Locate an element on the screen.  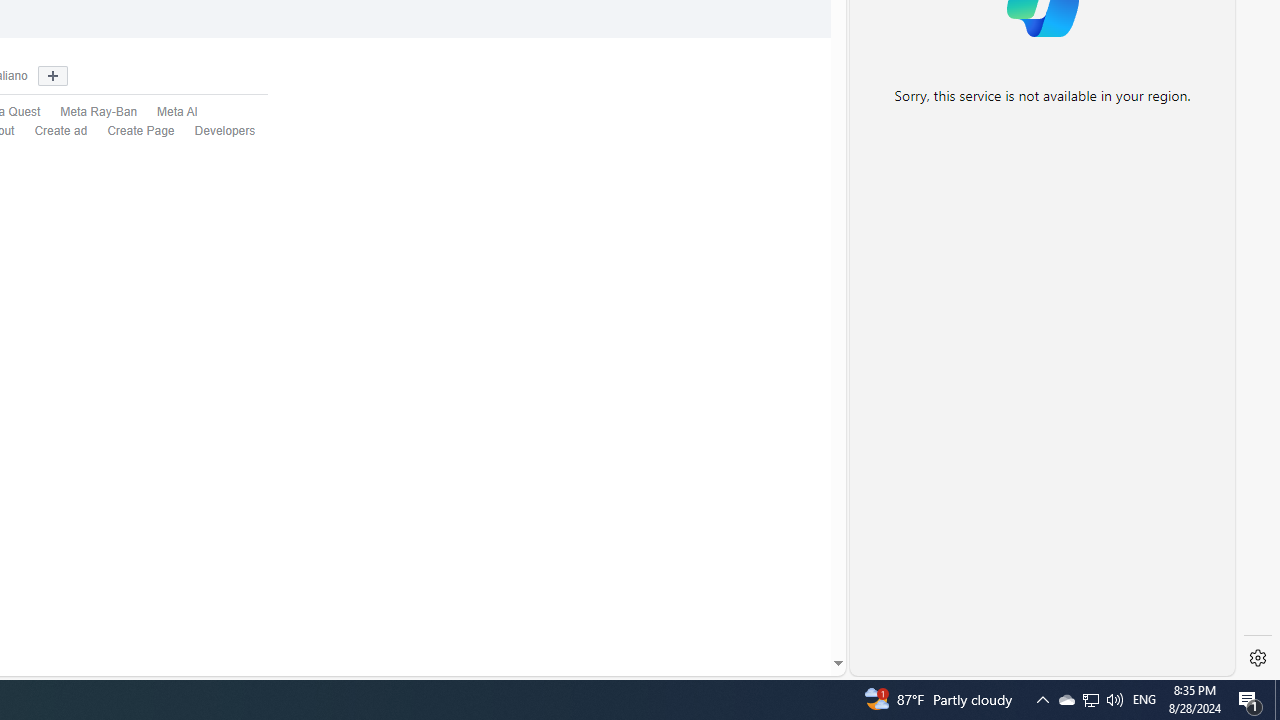
'Meta AI' is located at coordinates (167, 113).